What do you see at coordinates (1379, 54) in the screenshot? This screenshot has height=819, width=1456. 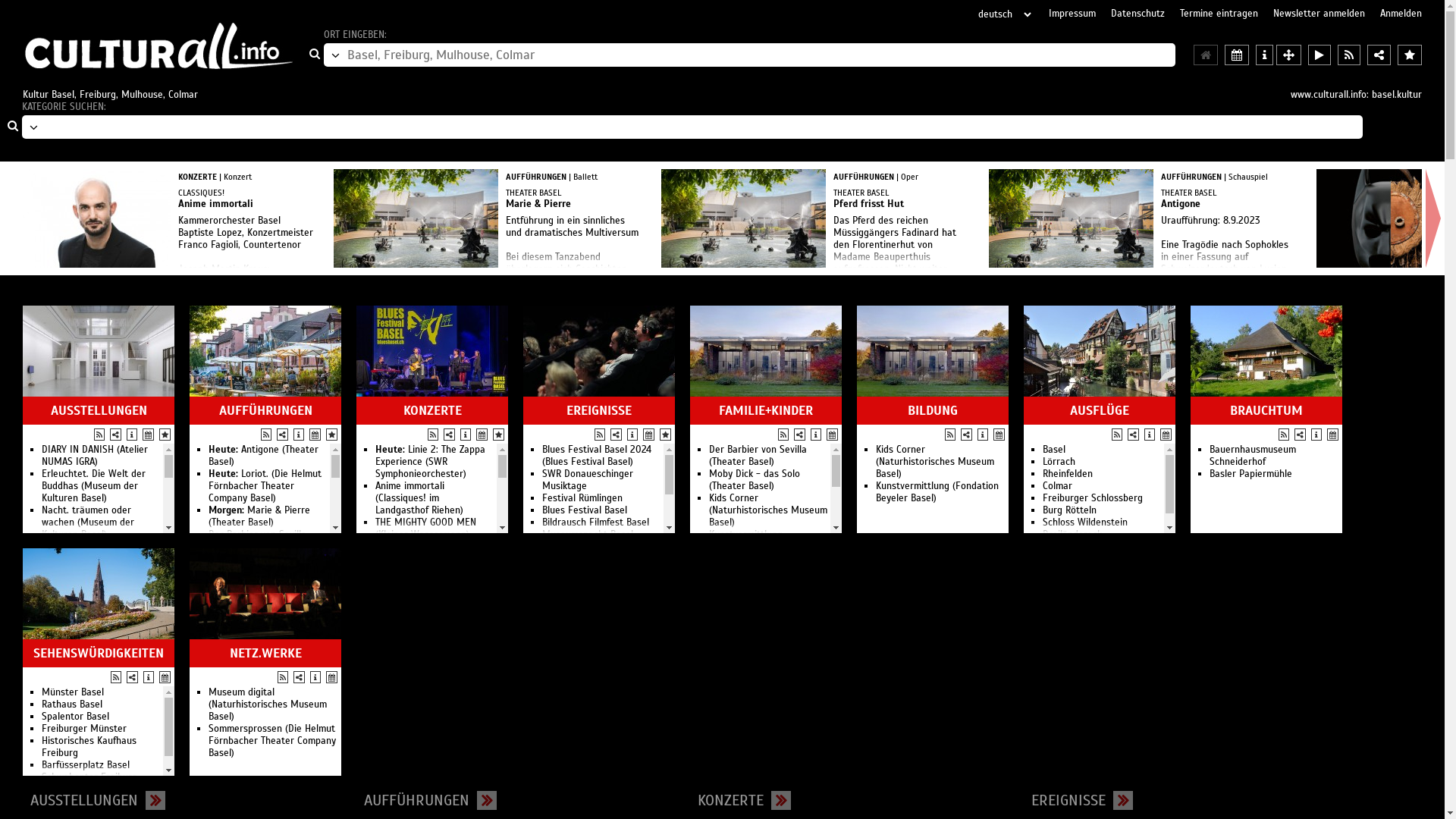 I see `'Region Basel, Freiburg, Mulhouse, Colmar teilen'` at bounding box center [1379, 54].